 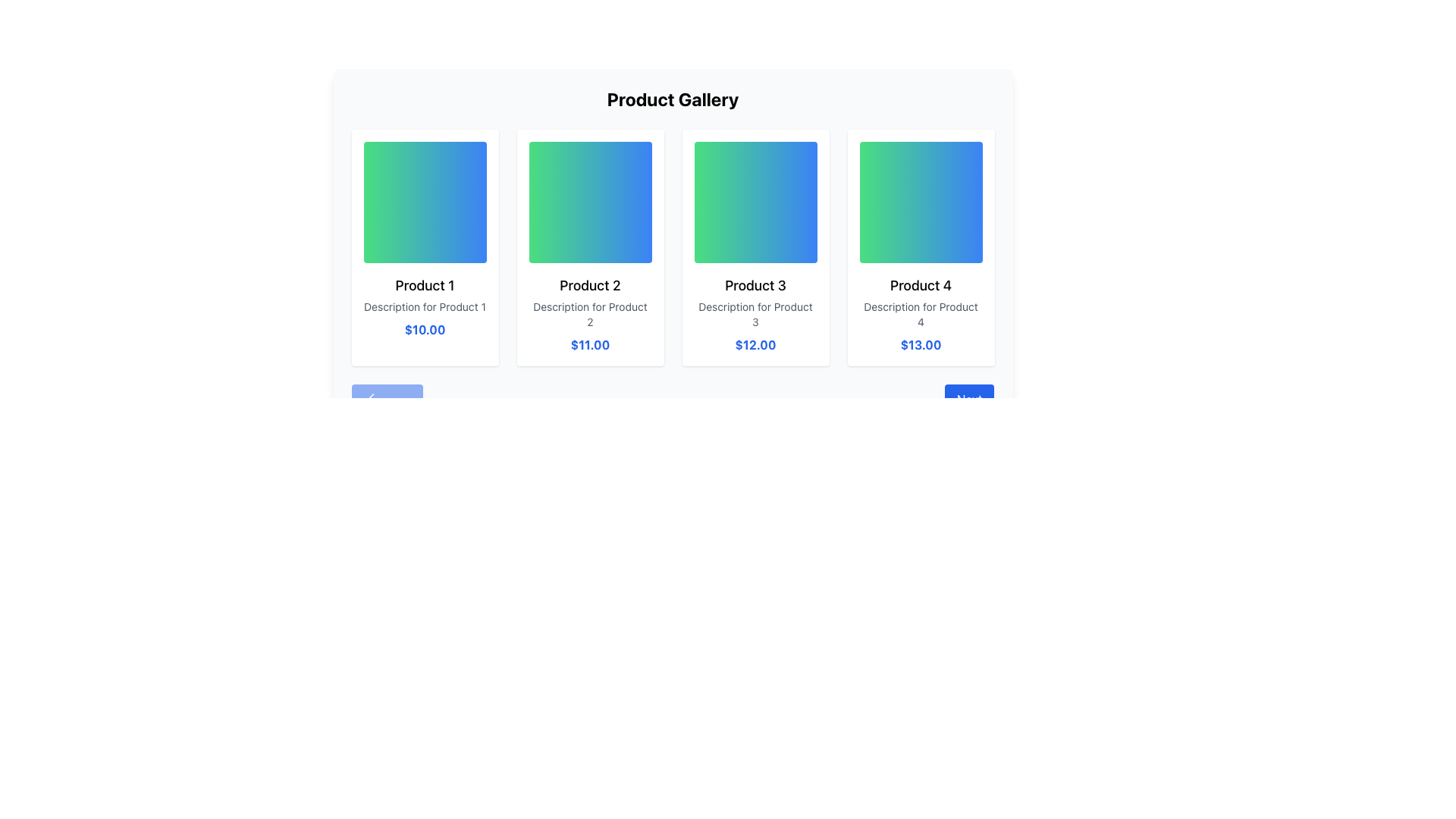 I want to click on the static text displaying the price of Product 2, located below the description paragraph 'Description for Product 2' at the bottom of the card, so click(x=589, y=345).